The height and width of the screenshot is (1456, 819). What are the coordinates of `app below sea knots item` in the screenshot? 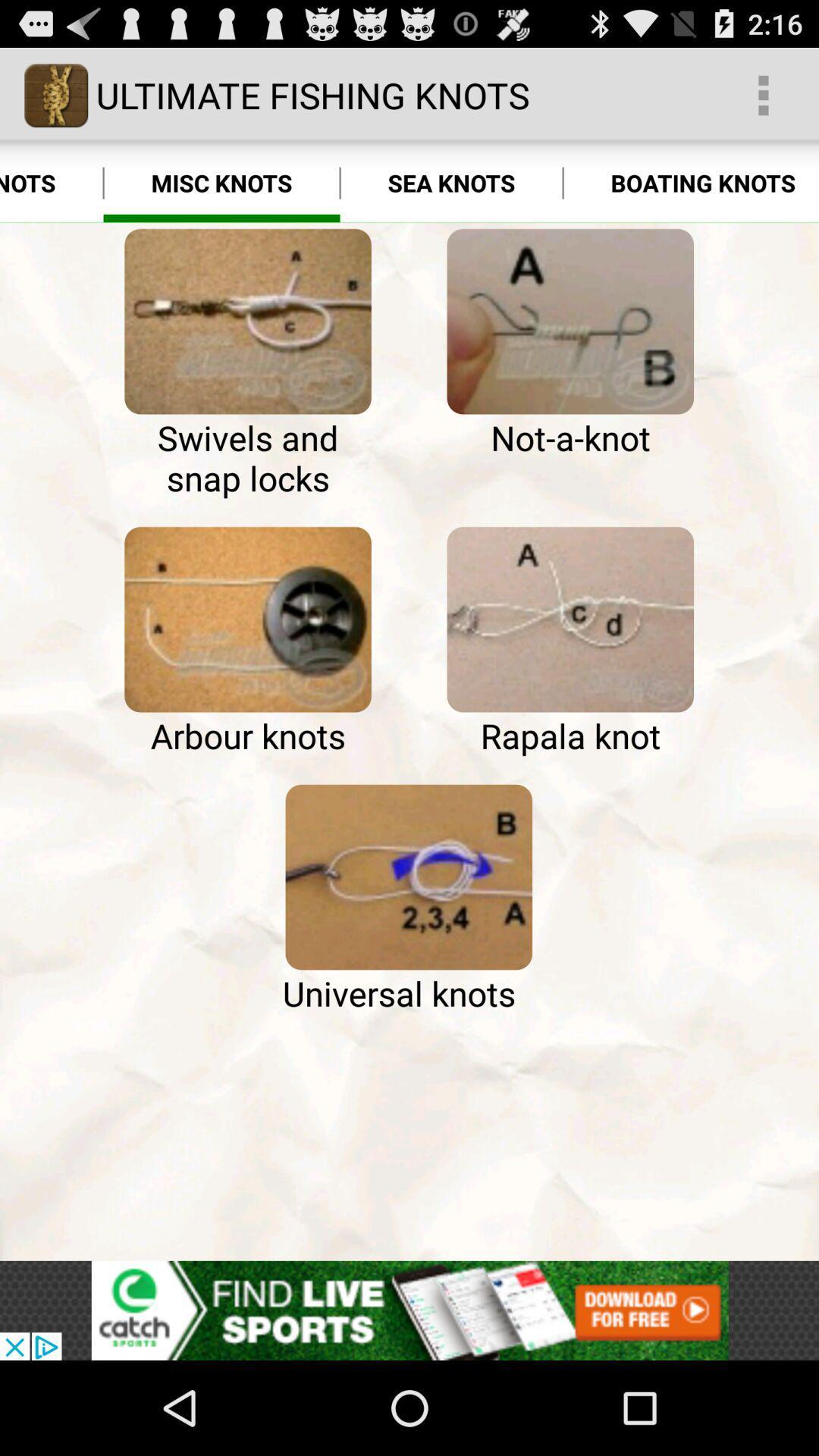 It's located at (570, 321).